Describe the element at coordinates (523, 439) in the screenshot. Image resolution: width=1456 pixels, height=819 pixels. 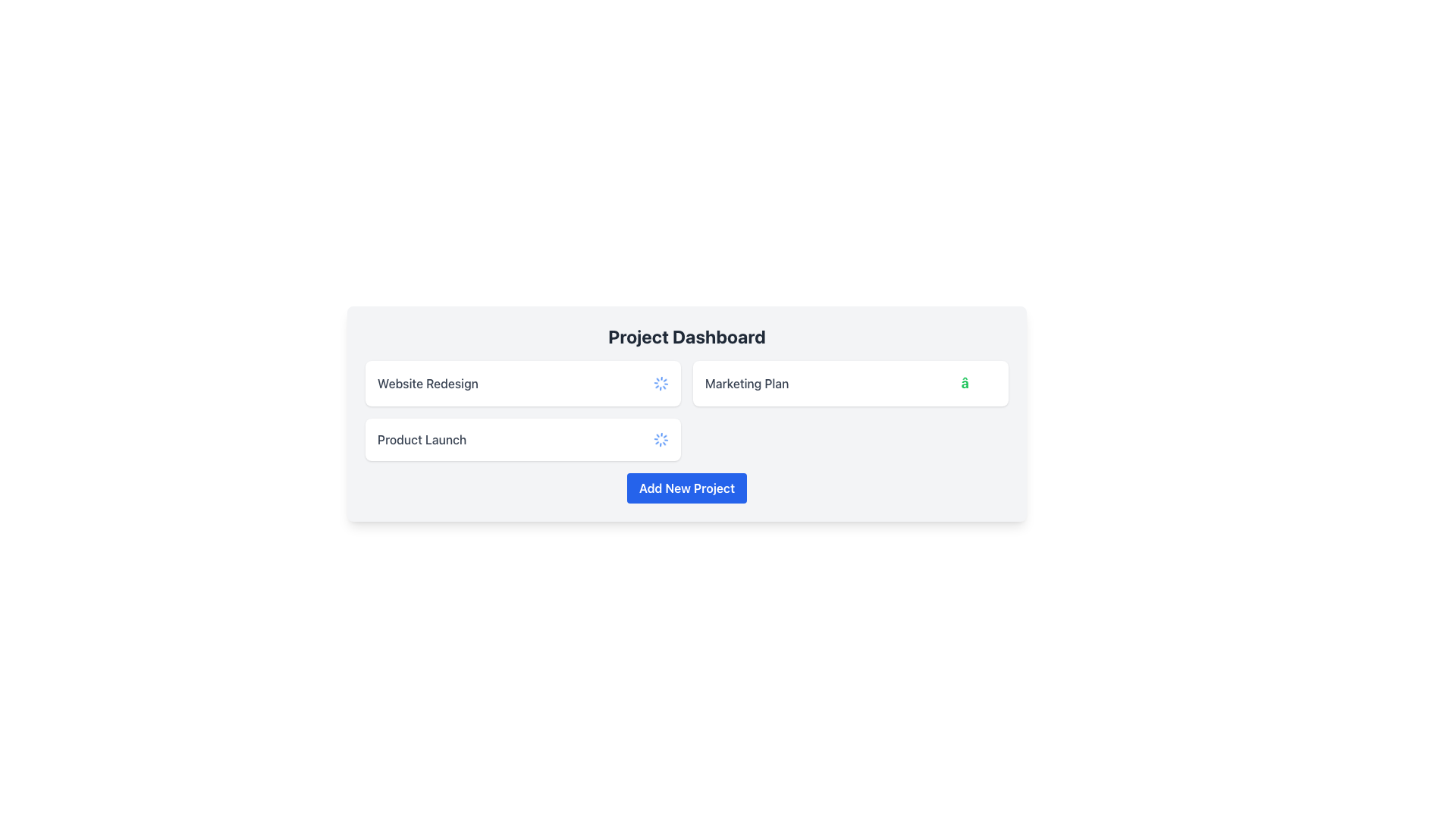
I see `the dashboard card representing the 'Product Launch' project, which is the third item in the list positioned below 'Website Redesign'` at that location.